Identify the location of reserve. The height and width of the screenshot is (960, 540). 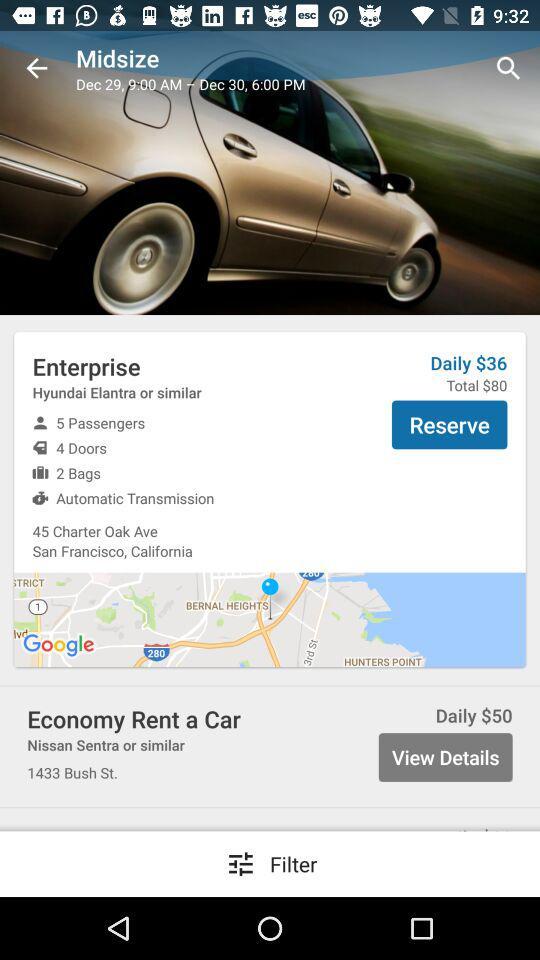
(449, 424).